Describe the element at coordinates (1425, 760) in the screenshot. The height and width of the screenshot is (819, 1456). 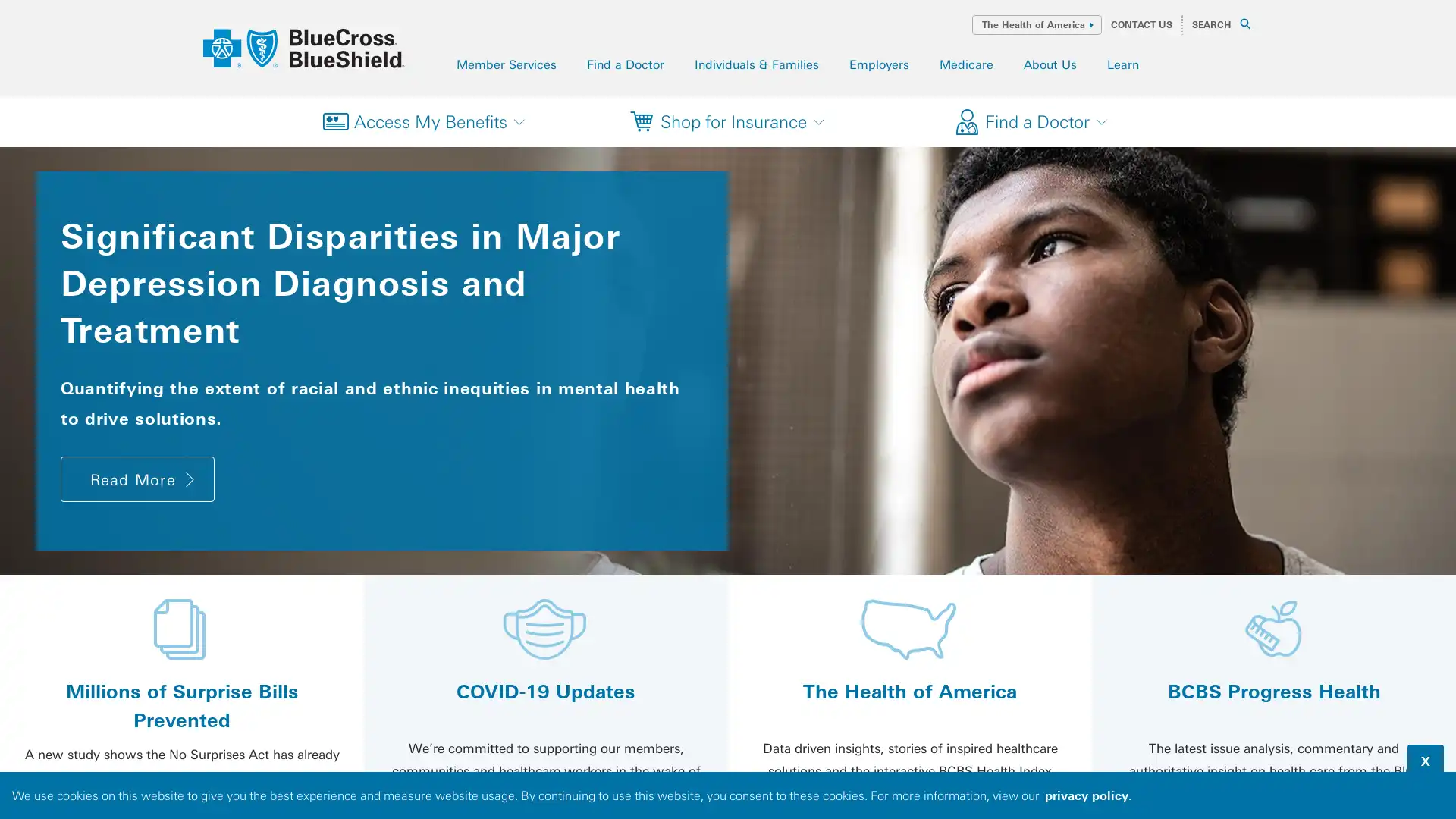
I see `dismiss cookie message` at that location.